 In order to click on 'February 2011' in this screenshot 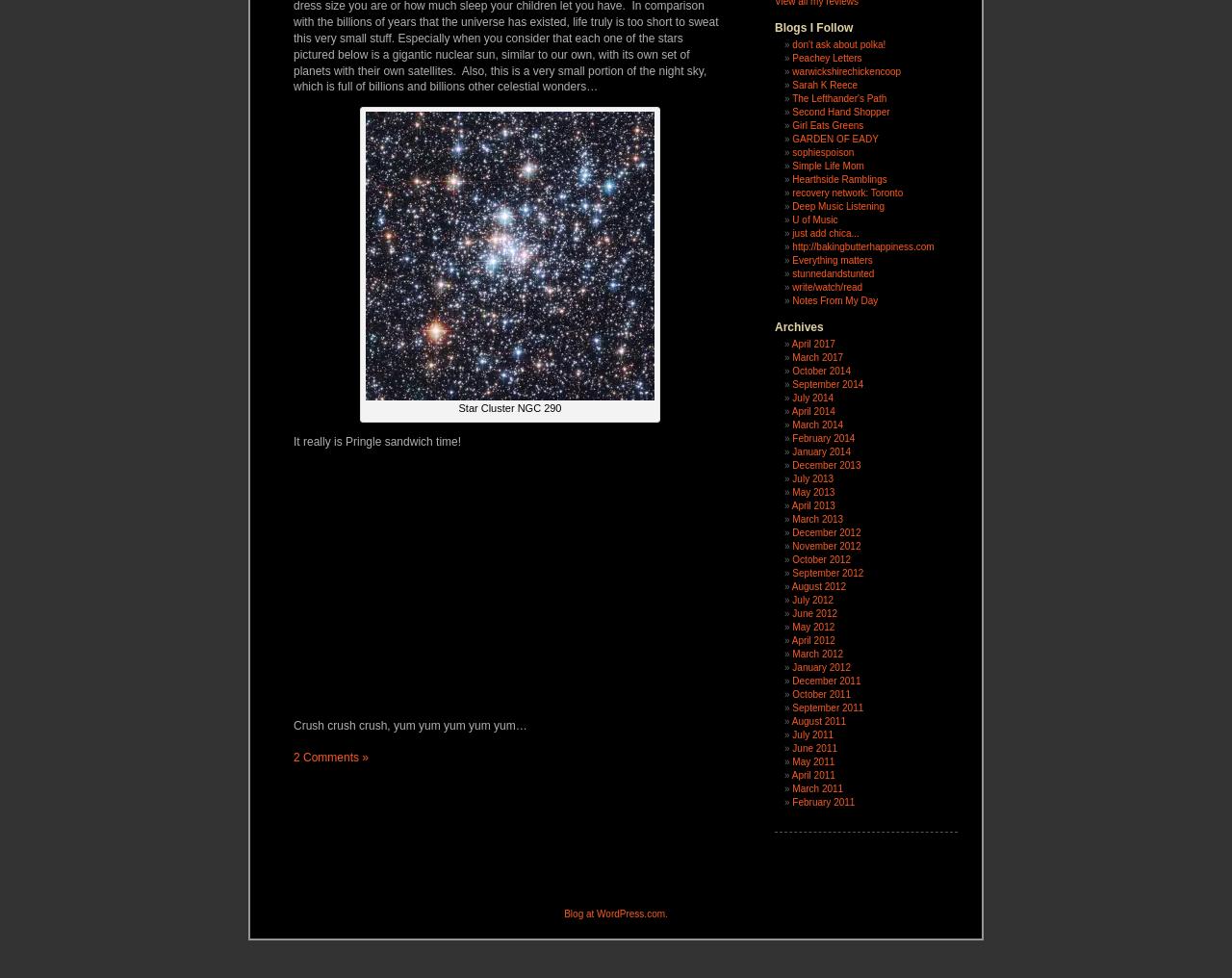, I will do `click(823, 802)`.